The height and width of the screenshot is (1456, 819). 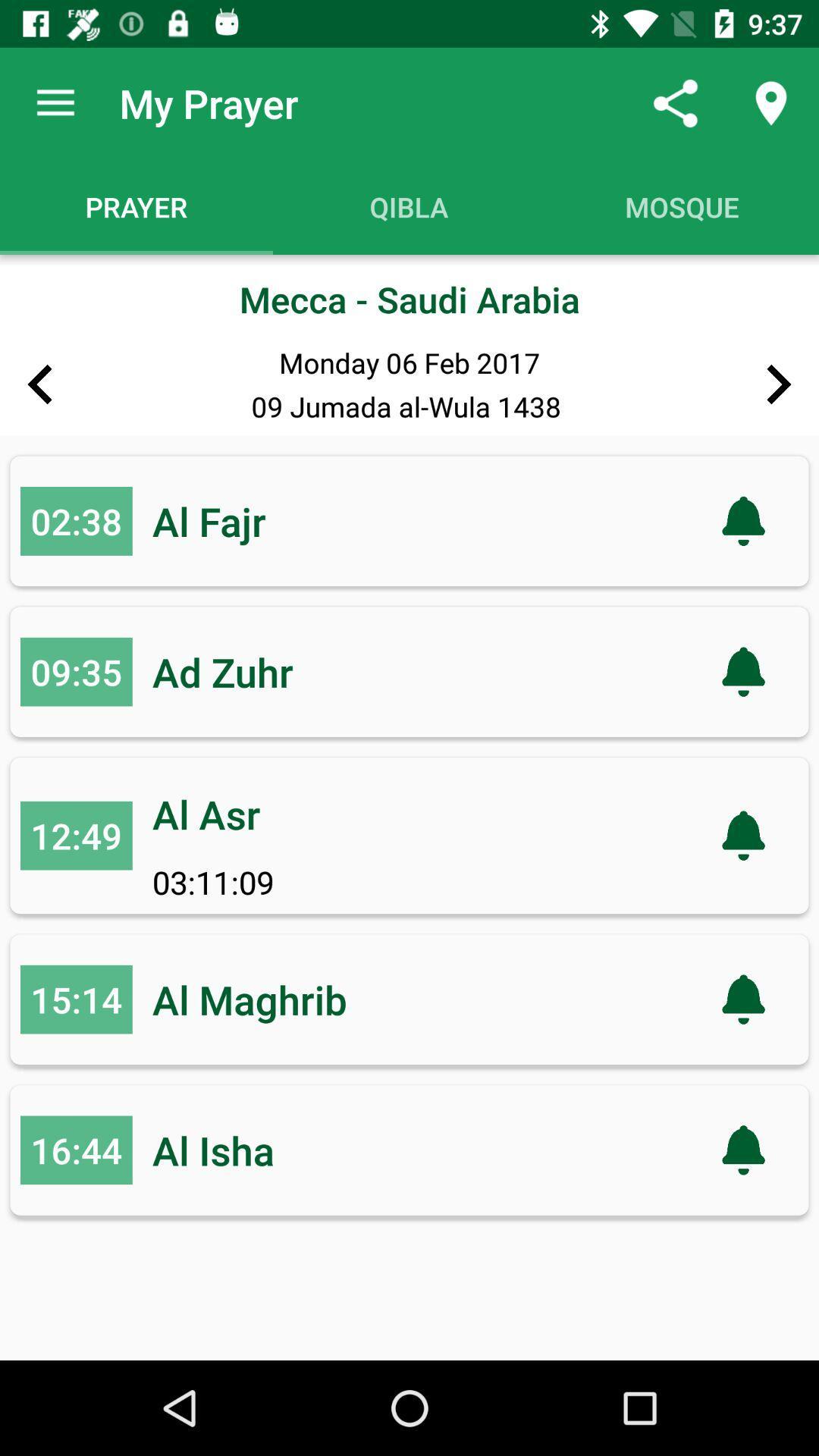 What do you see at coordinates (742, 835) in the screenshot?
I see `the notification icon in the third line` at bounding box center [742, 835].